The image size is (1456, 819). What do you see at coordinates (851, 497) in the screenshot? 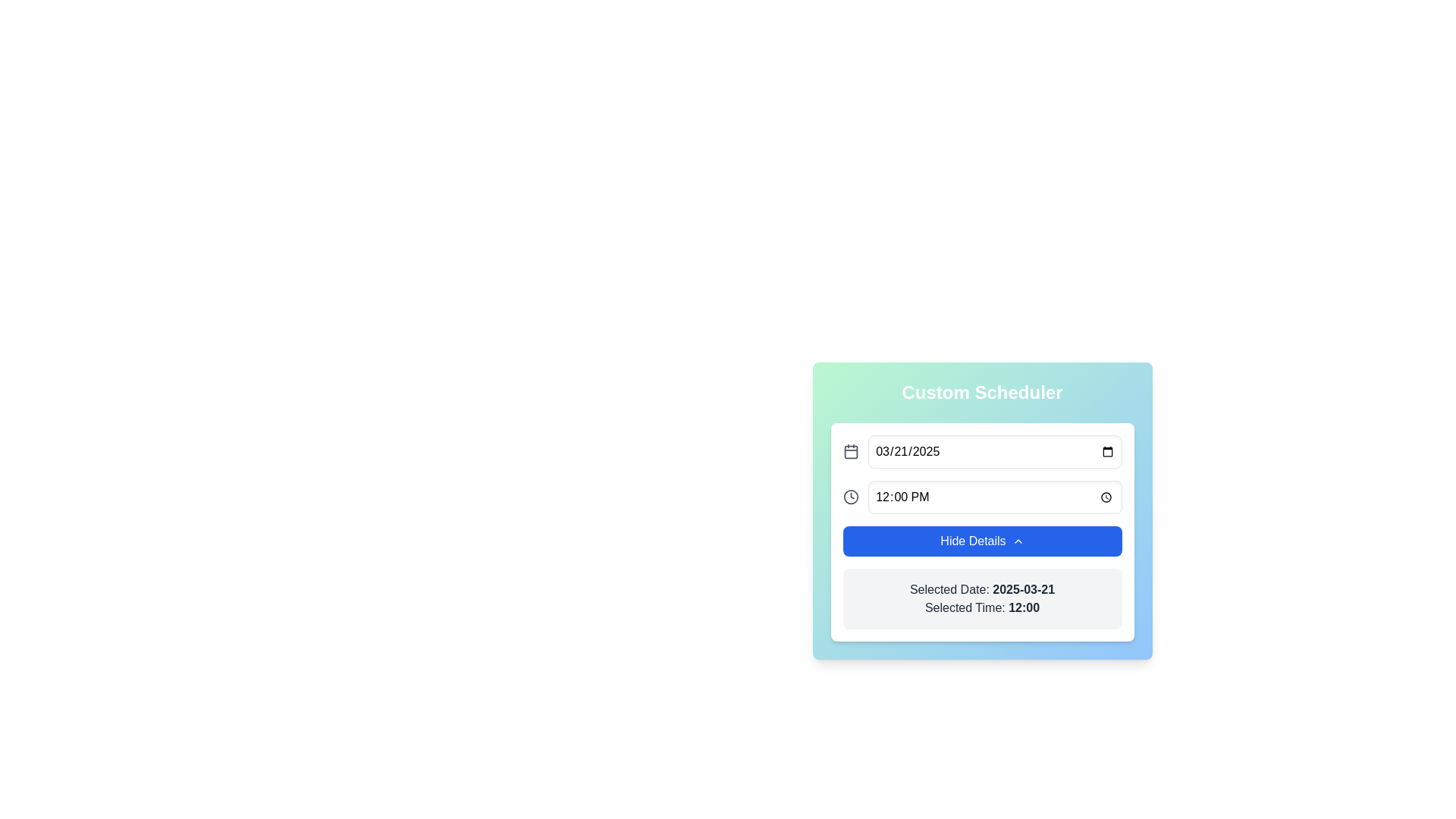
I see `the SVG Circle that represents the clock's face, located centrally within the clock icon adjacent to the '12:00 PM' time input field` at bounding box center [851, 497].